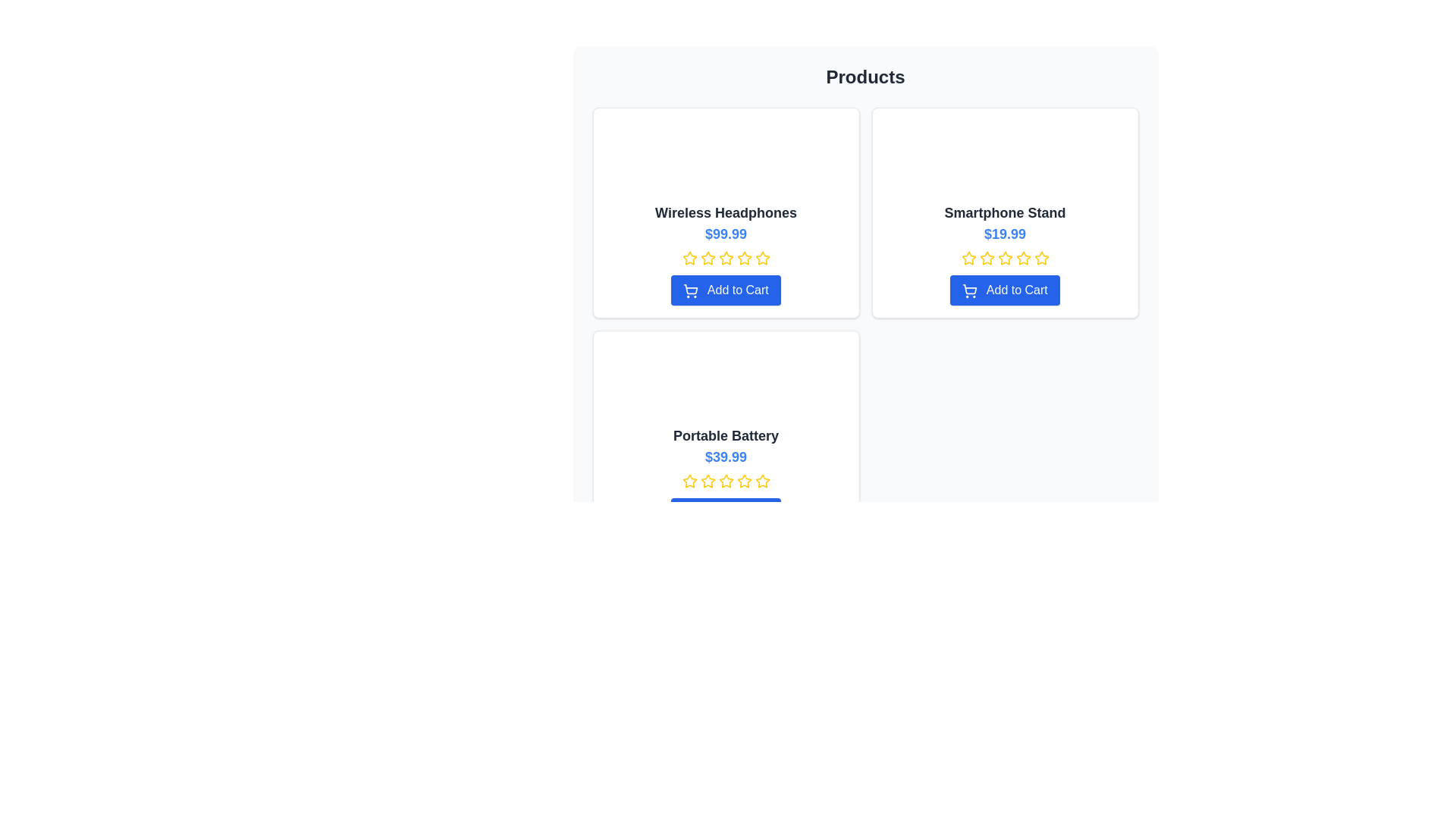 This screenshot has height=819, width=1456. I want to click on the shopping cart icon, which is a white icon on a blue button, located to the left of the 'Add to Cart' text below the 'Wireless Headphones' section, so click(690, 290).